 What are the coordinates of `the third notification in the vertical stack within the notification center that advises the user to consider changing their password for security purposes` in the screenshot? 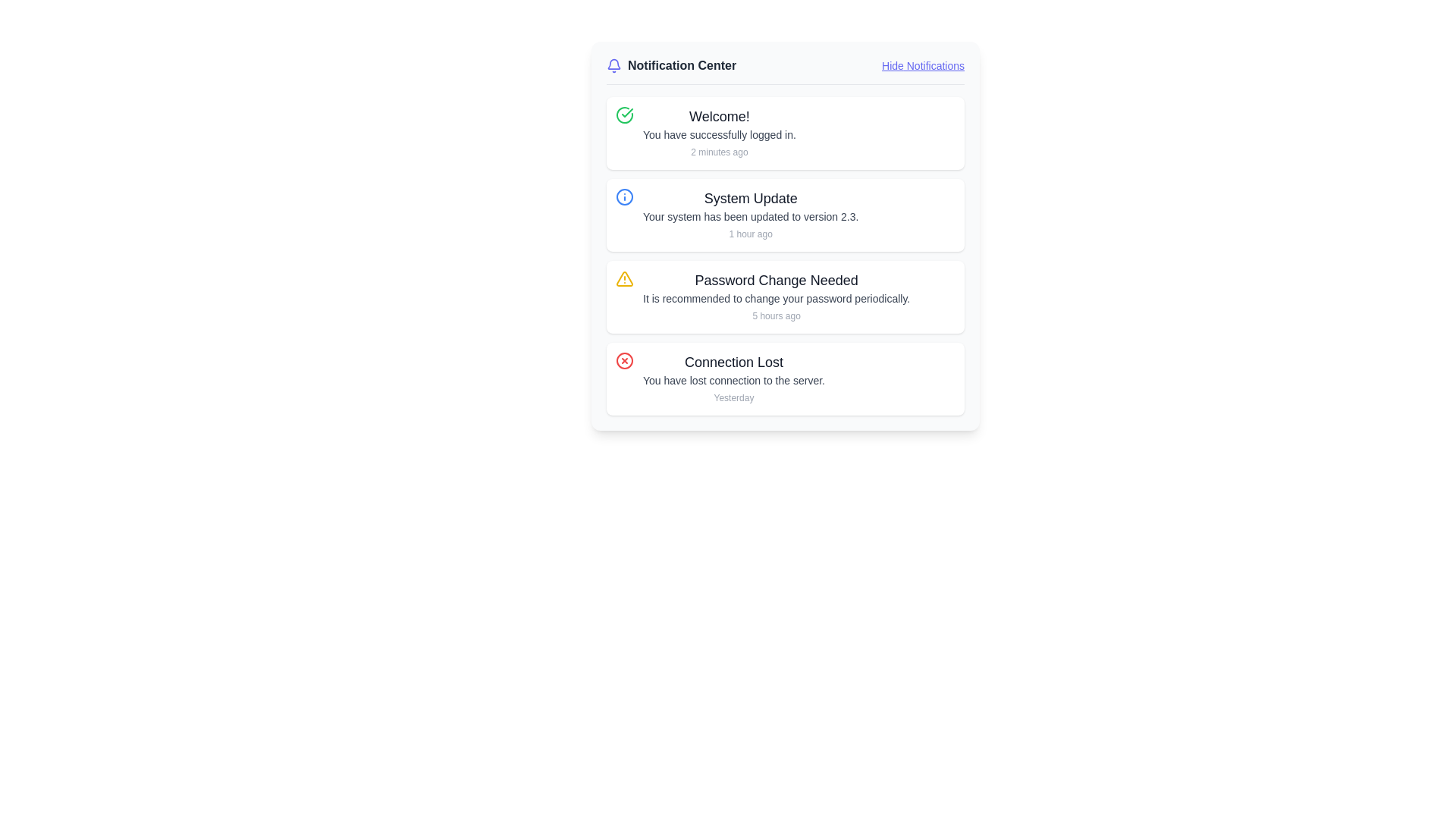 It's located at (777, 297).